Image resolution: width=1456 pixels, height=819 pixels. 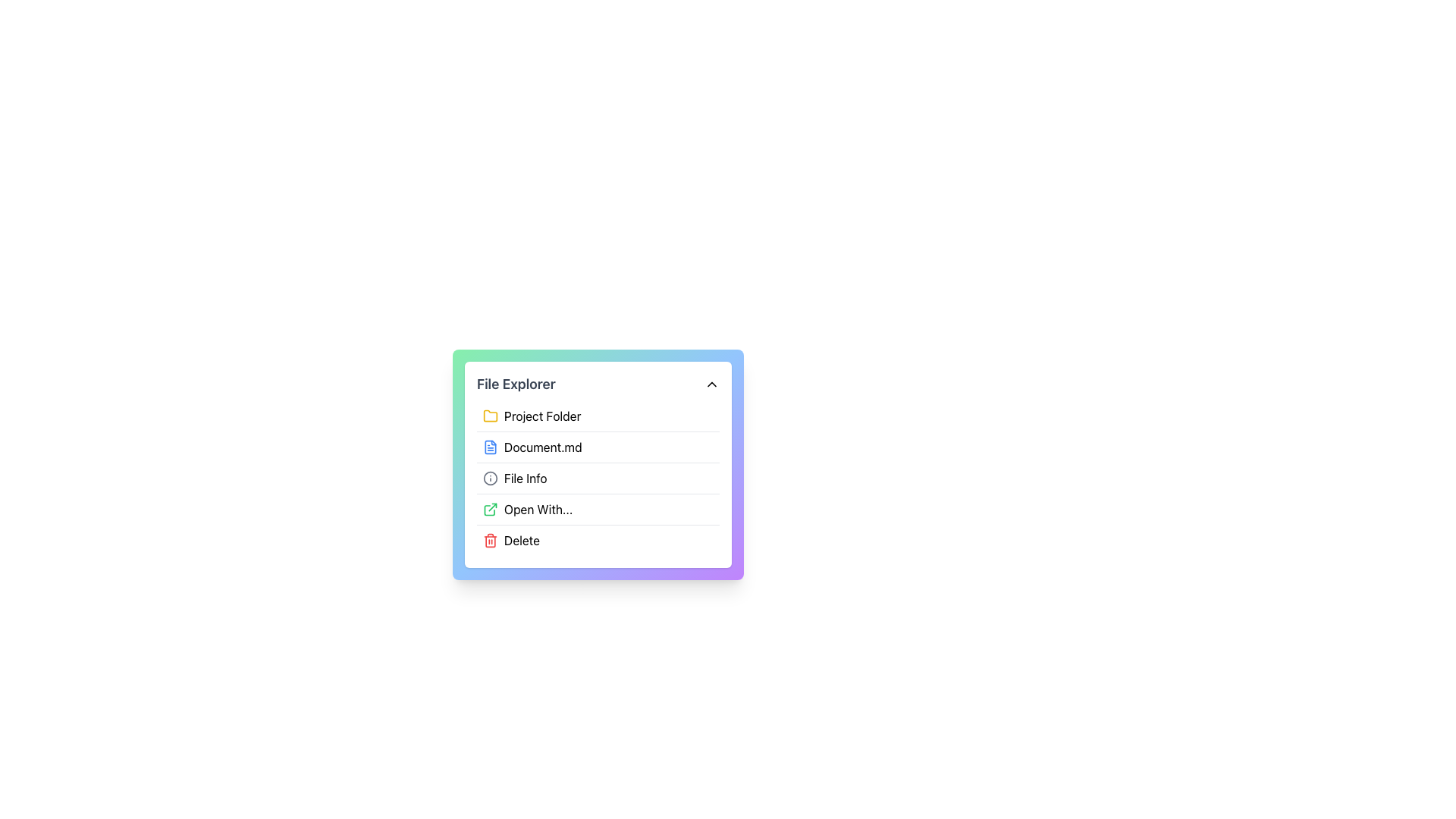 I want to click on the yellow folder icon located next to the 'Project Folder' text in the 'File Explorer' menu, so click(x=491, y=415).